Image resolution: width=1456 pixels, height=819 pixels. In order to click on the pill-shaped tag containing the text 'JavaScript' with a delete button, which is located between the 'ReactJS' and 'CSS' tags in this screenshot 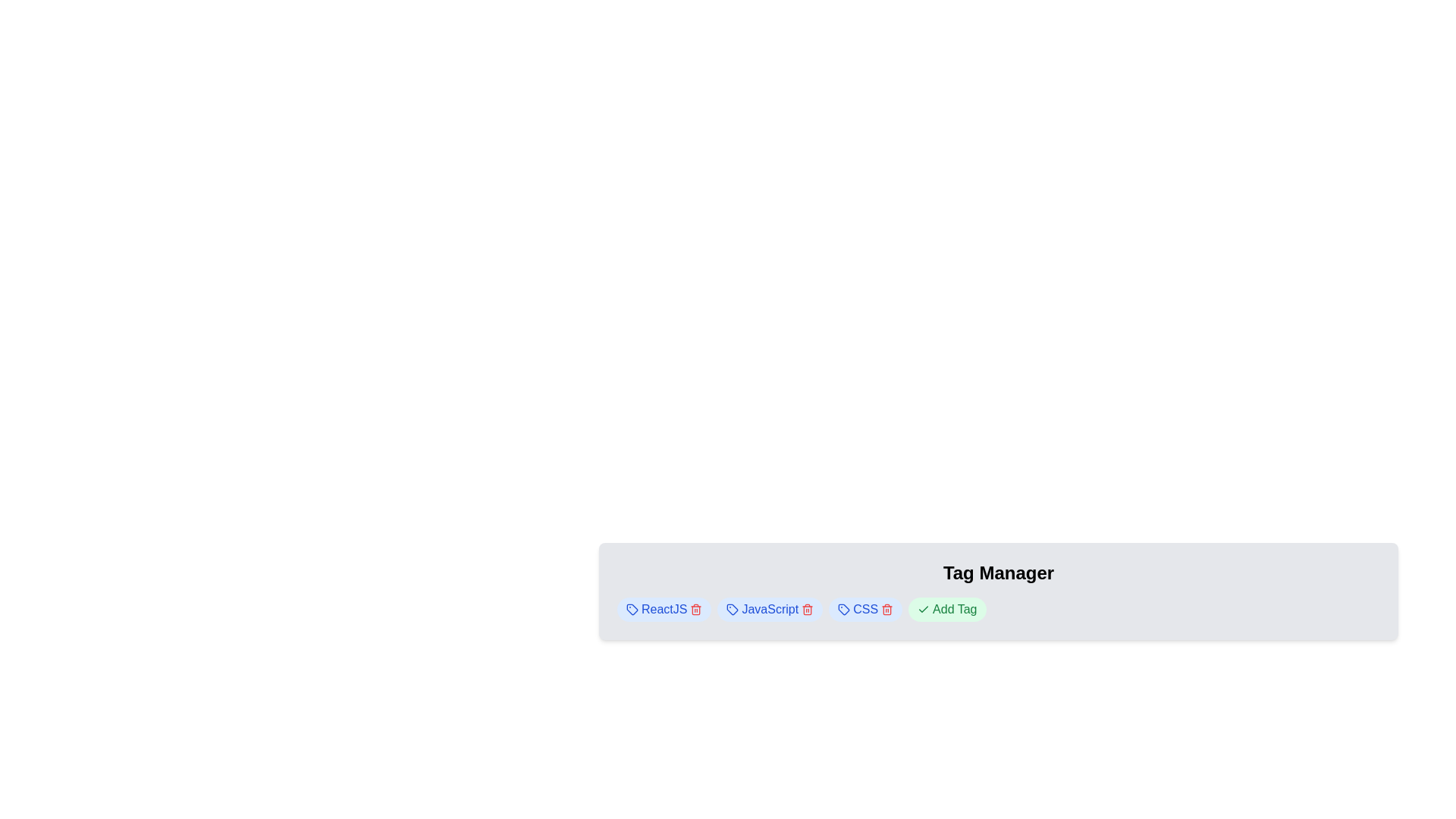, I will do `click(770, 608)`.